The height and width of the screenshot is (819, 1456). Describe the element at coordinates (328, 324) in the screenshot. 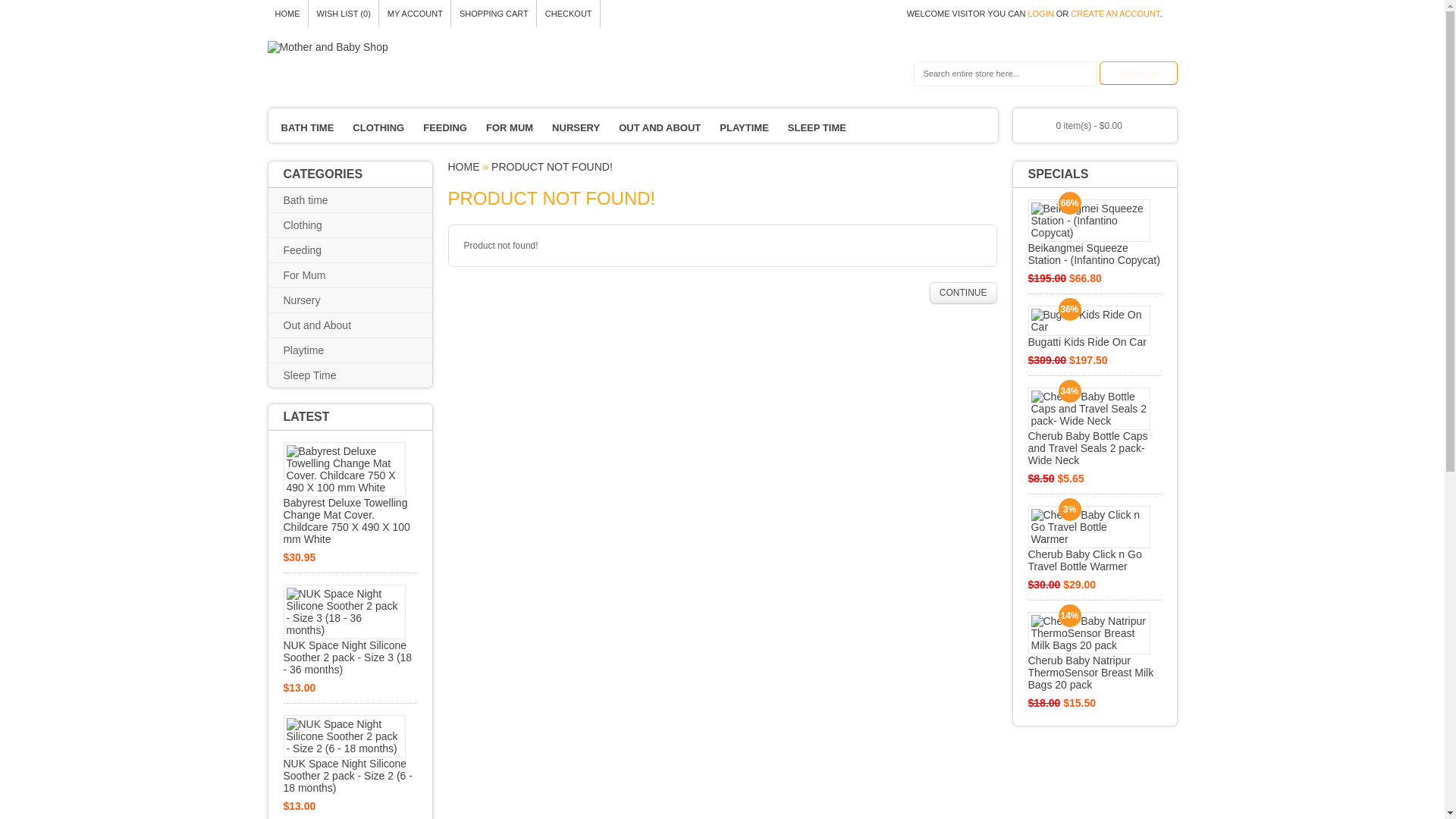

I see `'Out and About'` at that location.